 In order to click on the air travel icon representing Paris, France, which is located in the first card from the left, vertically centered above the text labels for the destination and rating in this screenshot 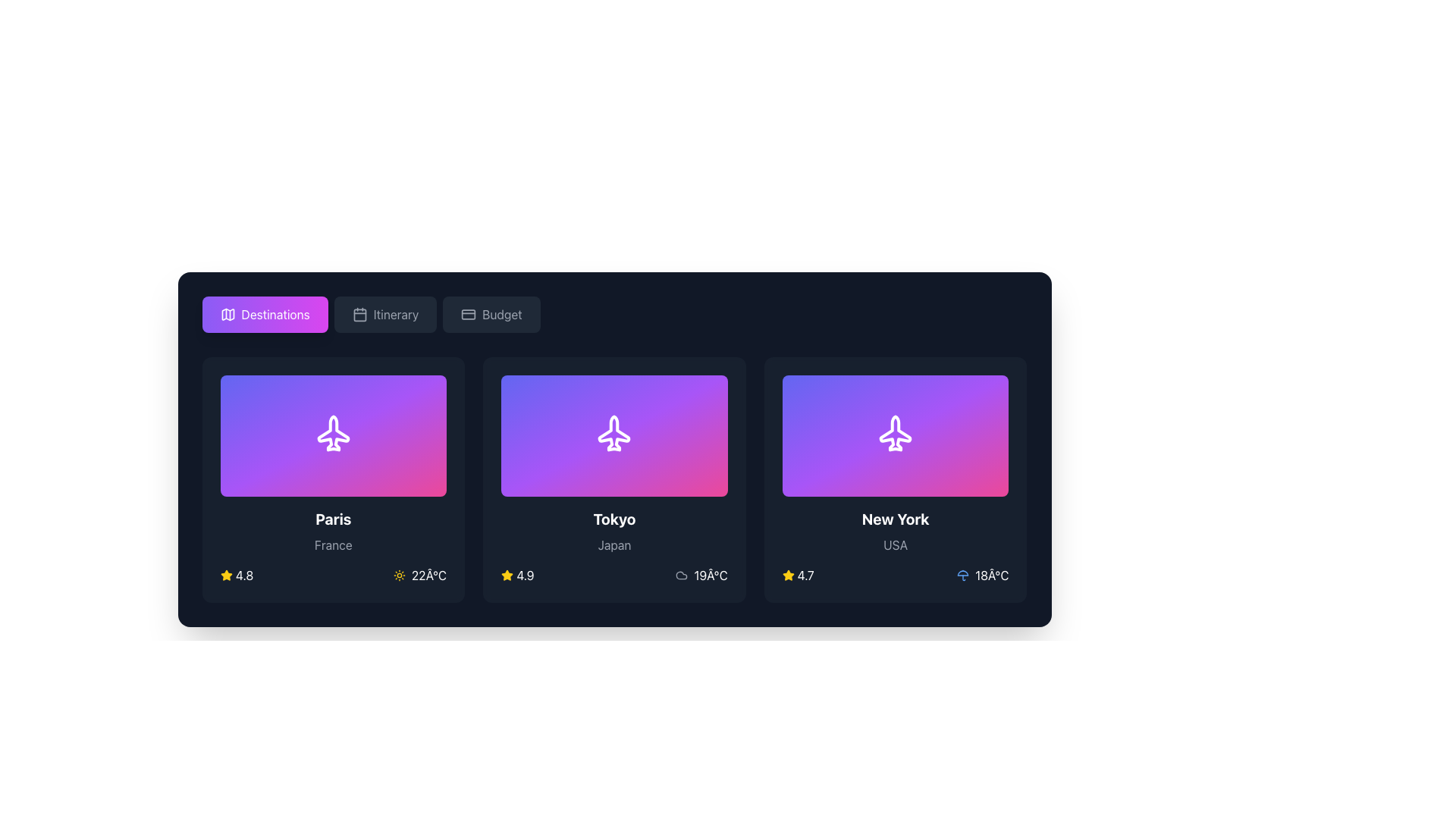, I will do `click(332, 435)`.